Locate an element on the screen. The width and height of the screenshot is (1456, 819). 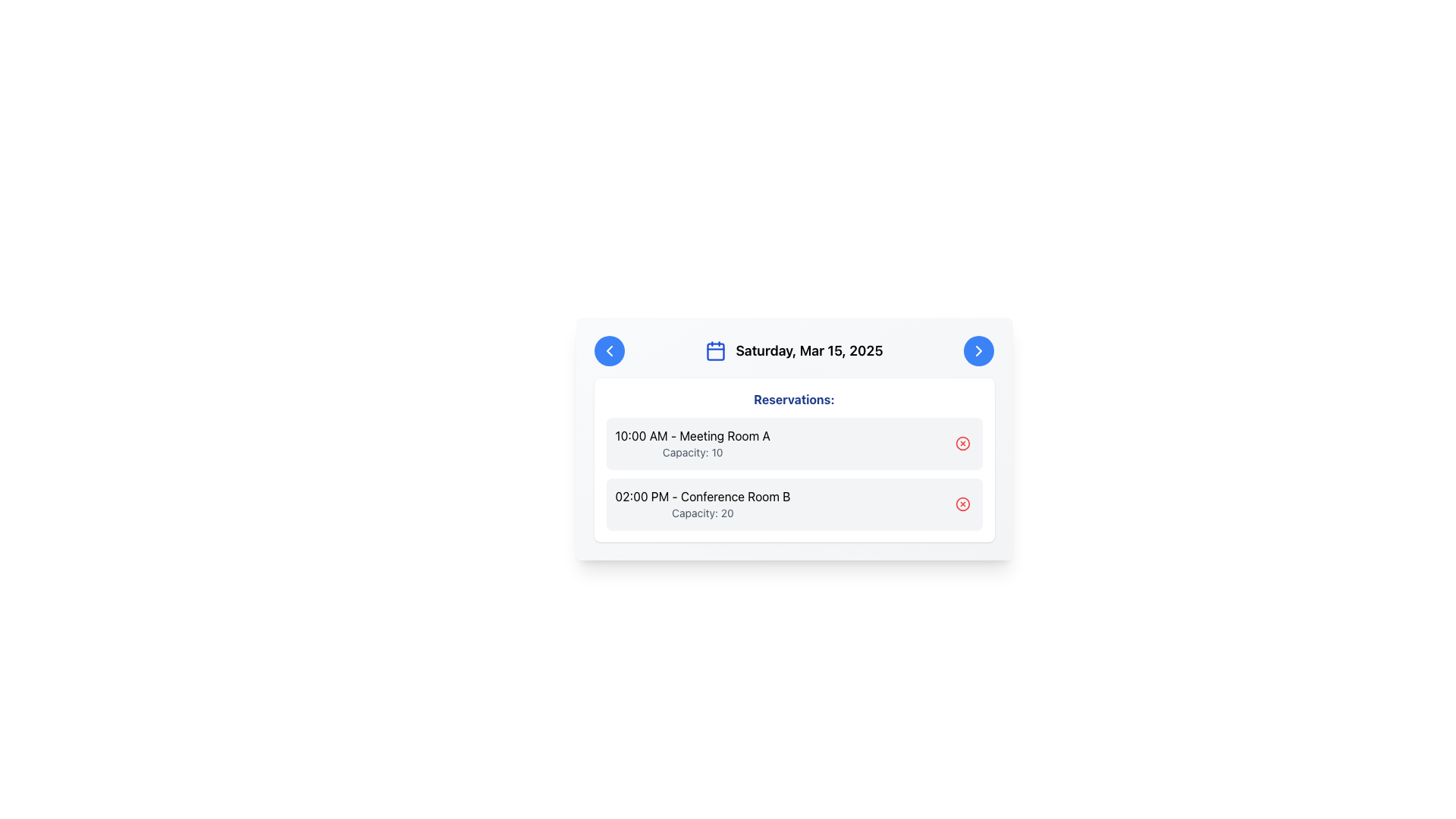
the backward navigation button icon located at the top-left corner of the card interface is located at coordinates (609, 350).